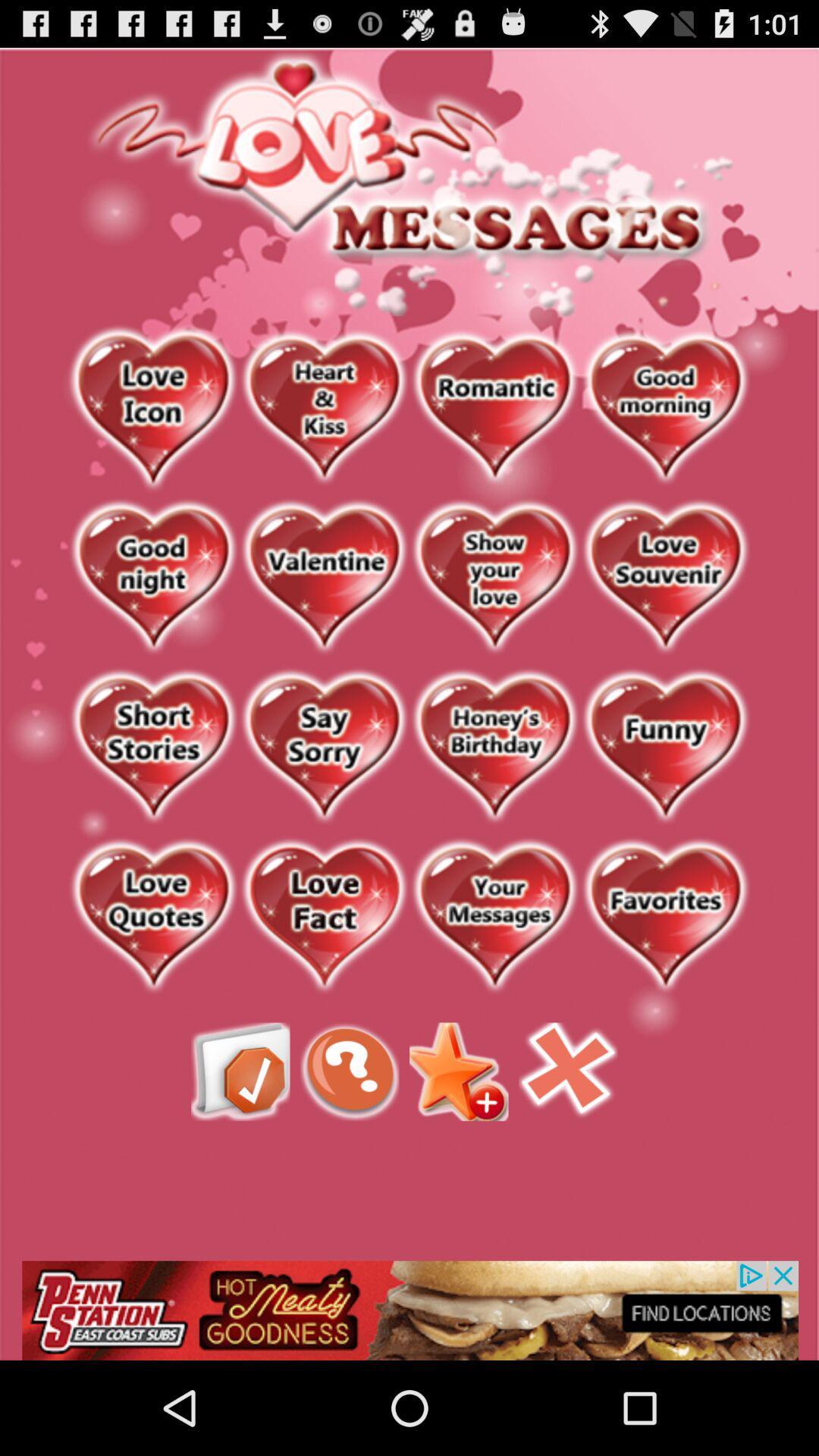  Describe the element at coordinates (664, 577) in the screenshot. I see `link button` at that location.